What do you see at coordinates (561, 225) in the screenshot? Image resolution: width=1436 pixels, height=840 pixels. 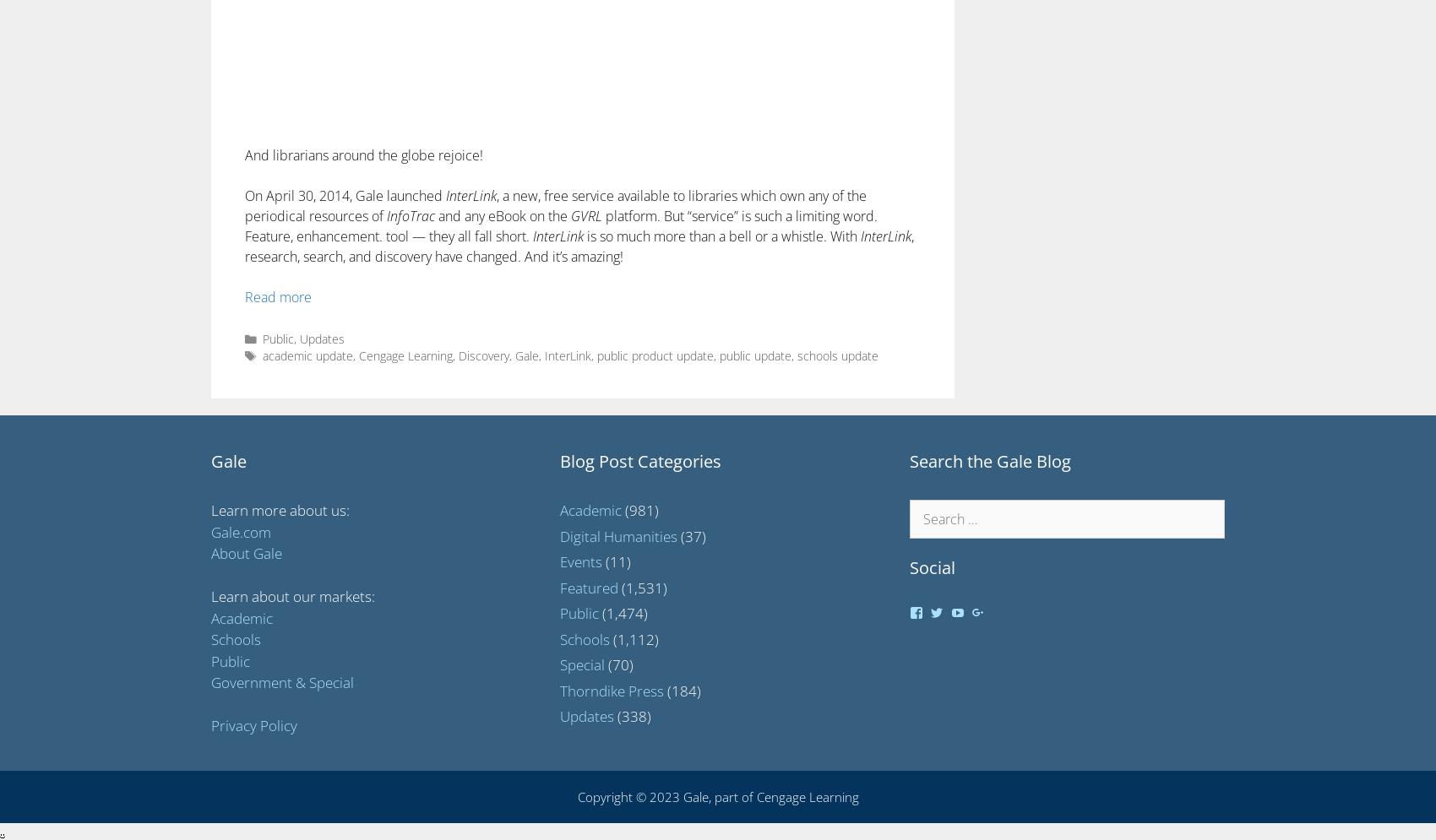 I see `'platform. But “service” is such a limiting word. Feature, enhancement. tool — they all fall short.'` at bounding box center [561, 225].